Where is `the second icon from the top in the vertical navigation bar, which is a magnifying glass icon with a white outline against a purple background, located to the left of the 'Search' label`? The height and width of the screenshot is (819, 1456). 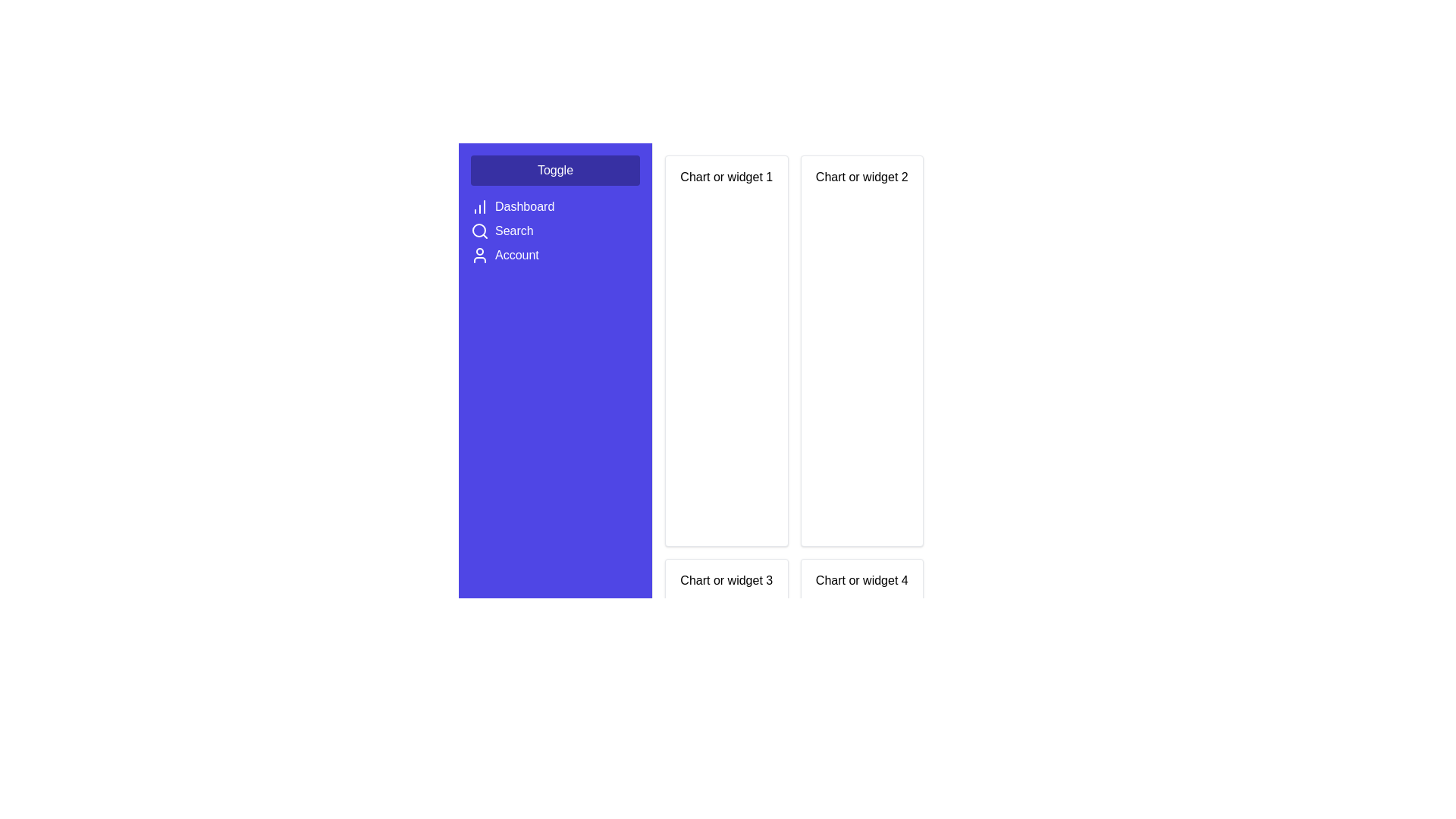
the second icon from the top in the vertical navigation bar, which is a magnifying glass icon with a white outline against a purple background, located to the left of the 'Search' label is located at coordinates (479, 231).